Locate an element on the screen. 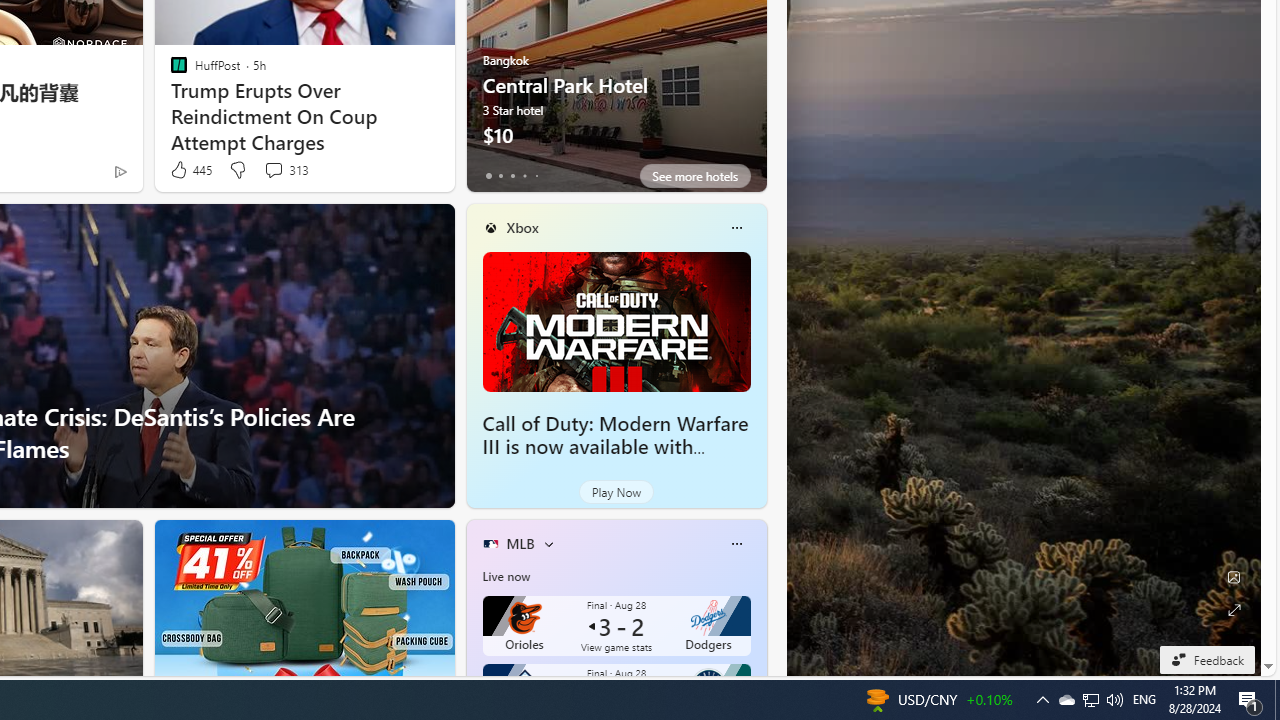 The image size is (1280, 720). 'tab-2' is located at coordinates (512, 175).